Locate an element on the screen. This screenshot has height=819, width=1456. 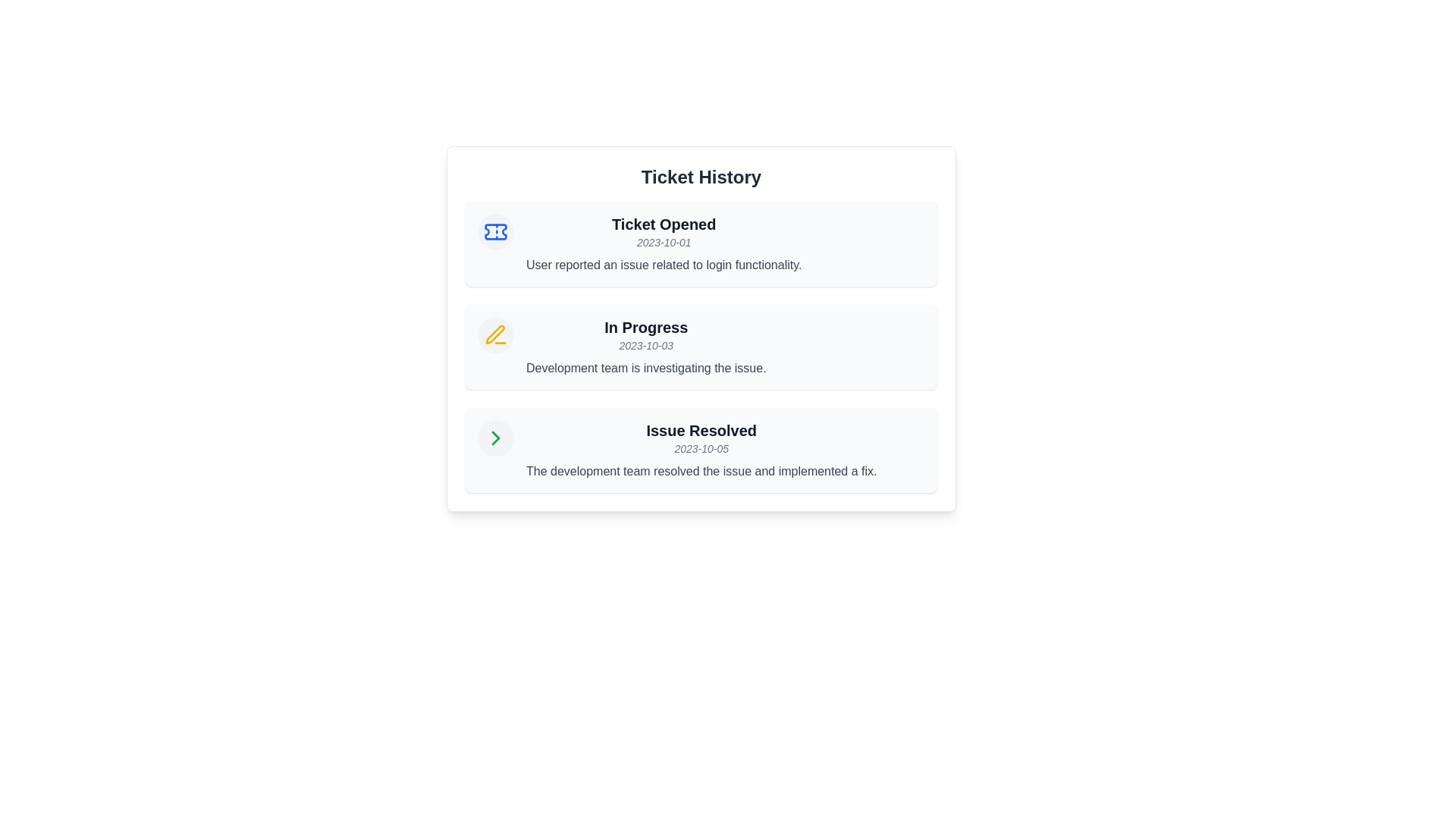
the circular icon with a gray background and a yellow pen symbol located in the upper-left corner of the 'In Progress' section within the Ticket History interface is located at coordinates (495, 334).